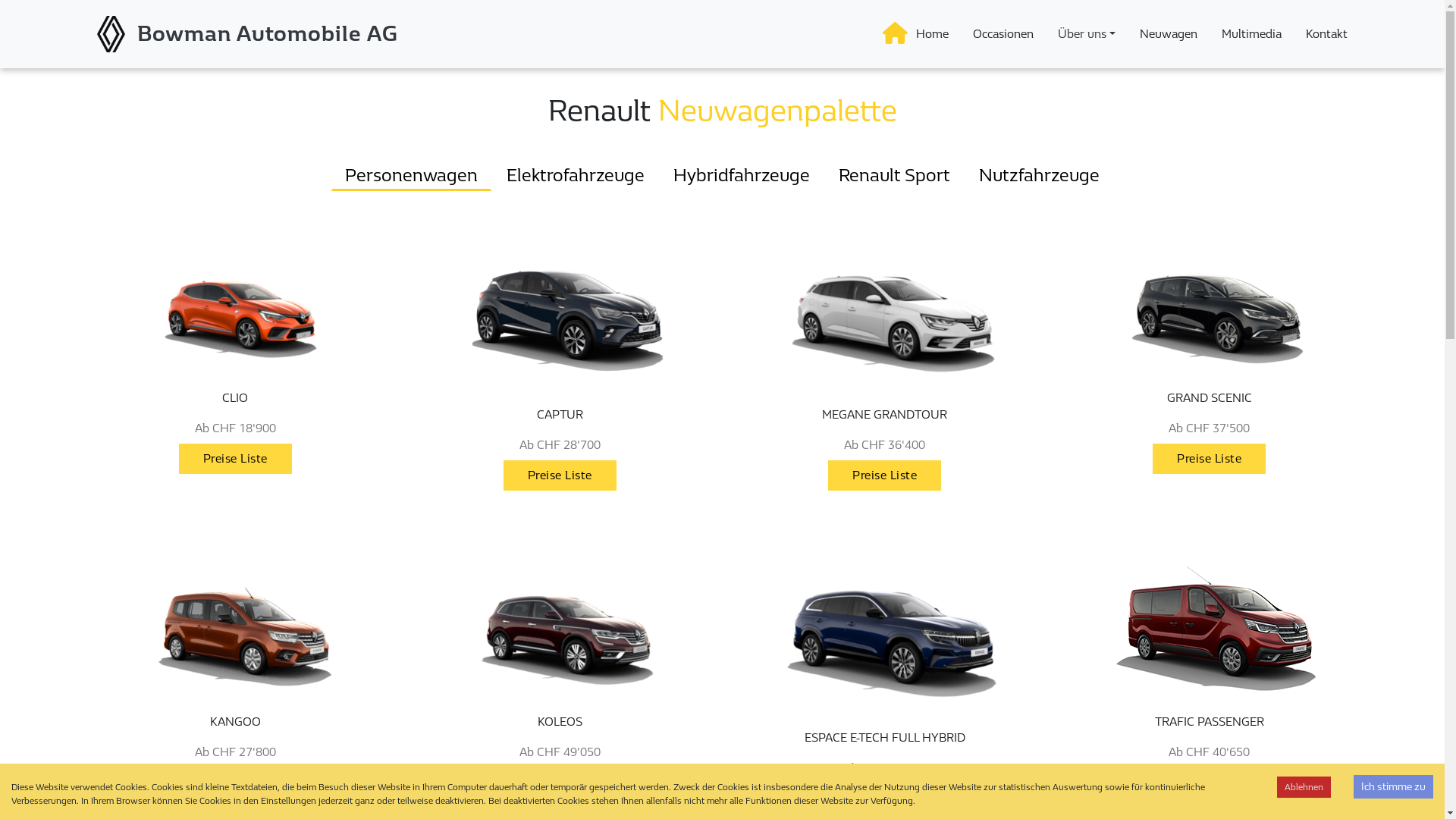 This screenshot has width=1456, height=819. Describe the element at coordinates (1393, 786) in the screenshot. I see `'Ich stimme zu'` at that location.